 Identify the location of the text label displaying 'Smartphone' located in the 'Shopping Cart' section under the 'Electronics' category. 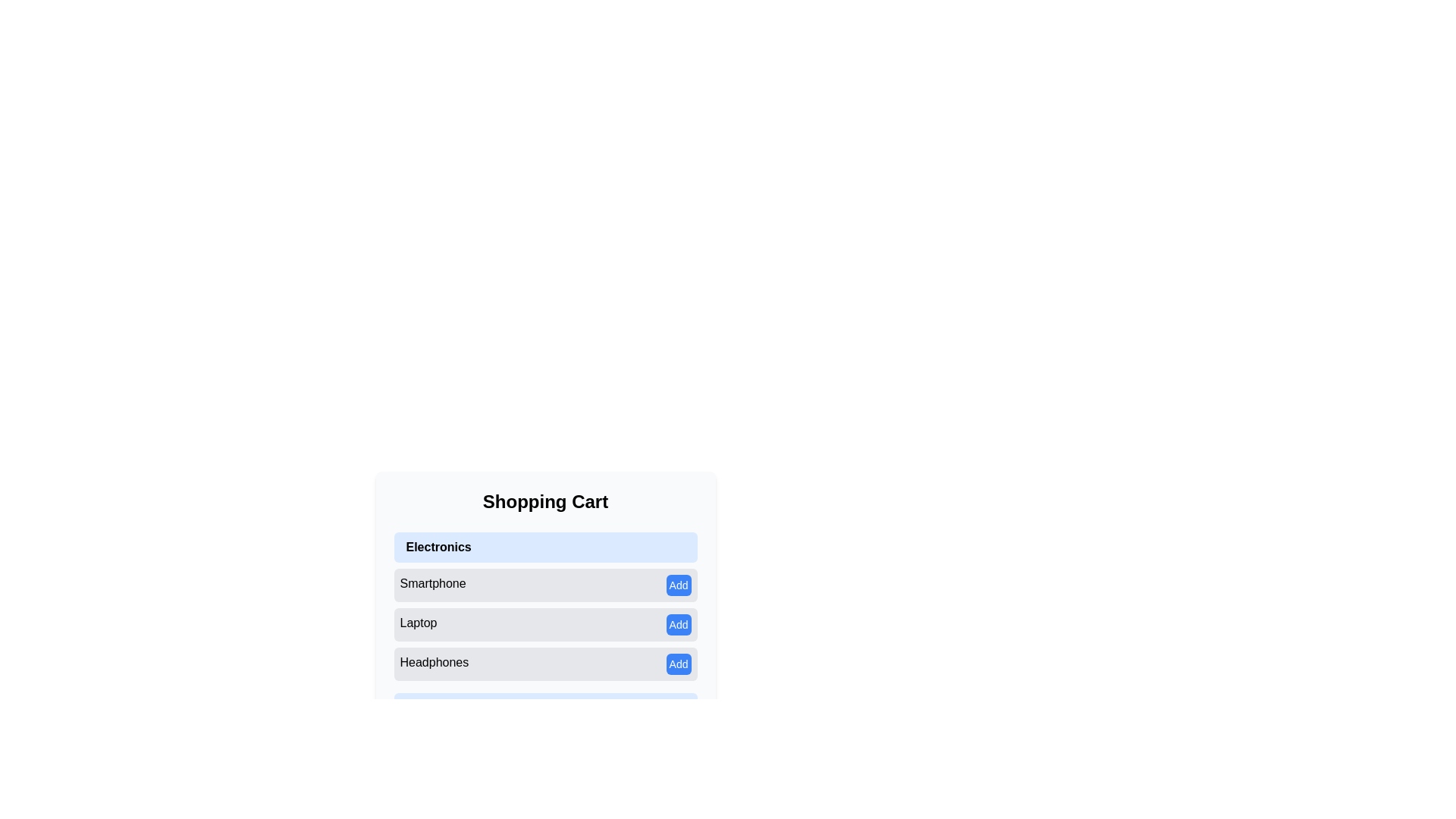
(432, 584).